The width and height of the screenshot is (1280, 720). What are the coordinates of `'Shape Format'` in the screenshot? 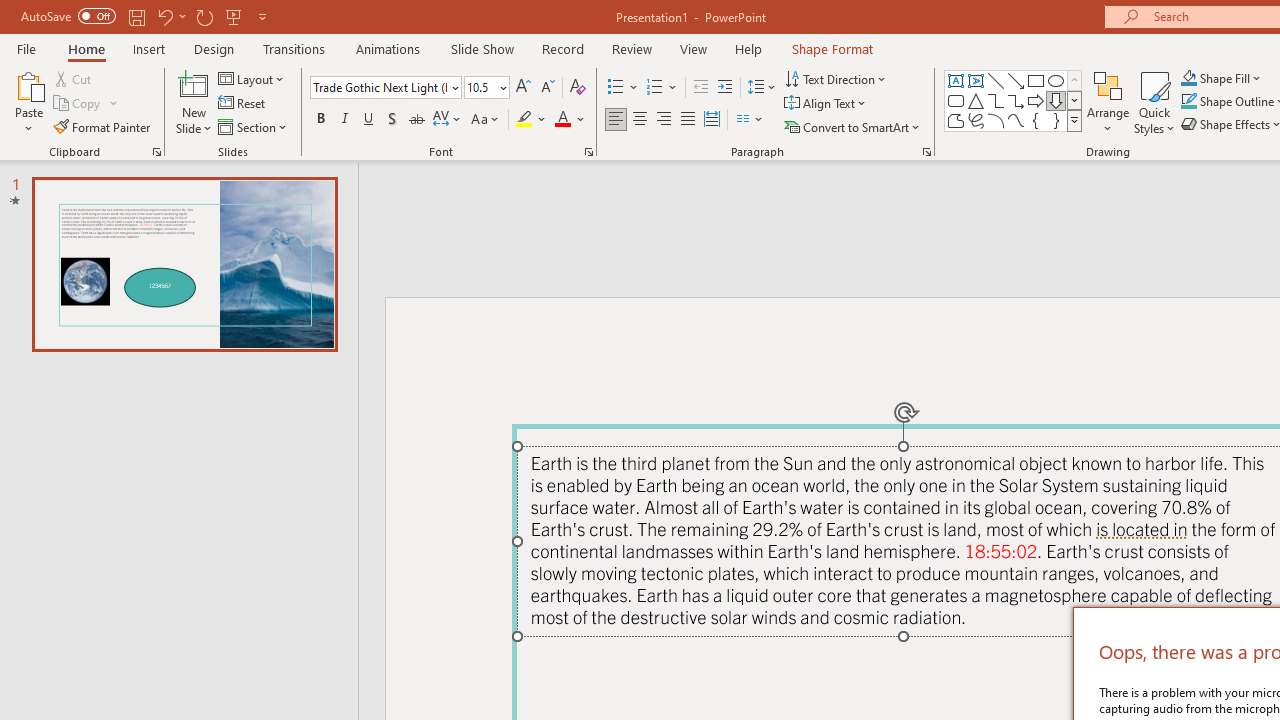 It's located at (832, 48).